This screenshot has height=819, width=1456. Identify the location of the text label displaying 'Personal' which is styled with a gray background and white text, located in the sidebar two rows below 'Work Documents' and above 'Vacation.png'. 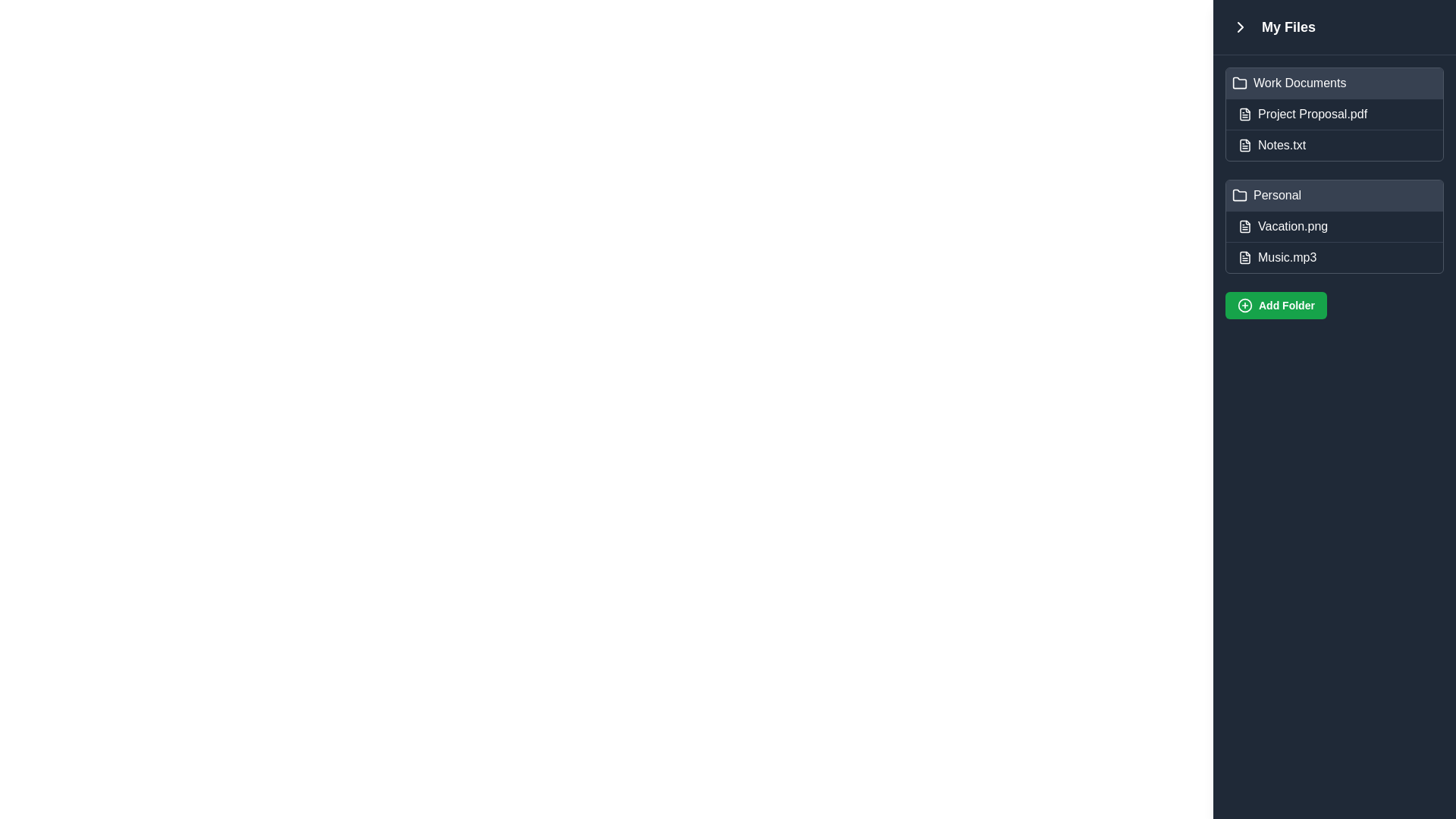
(1276, 195).